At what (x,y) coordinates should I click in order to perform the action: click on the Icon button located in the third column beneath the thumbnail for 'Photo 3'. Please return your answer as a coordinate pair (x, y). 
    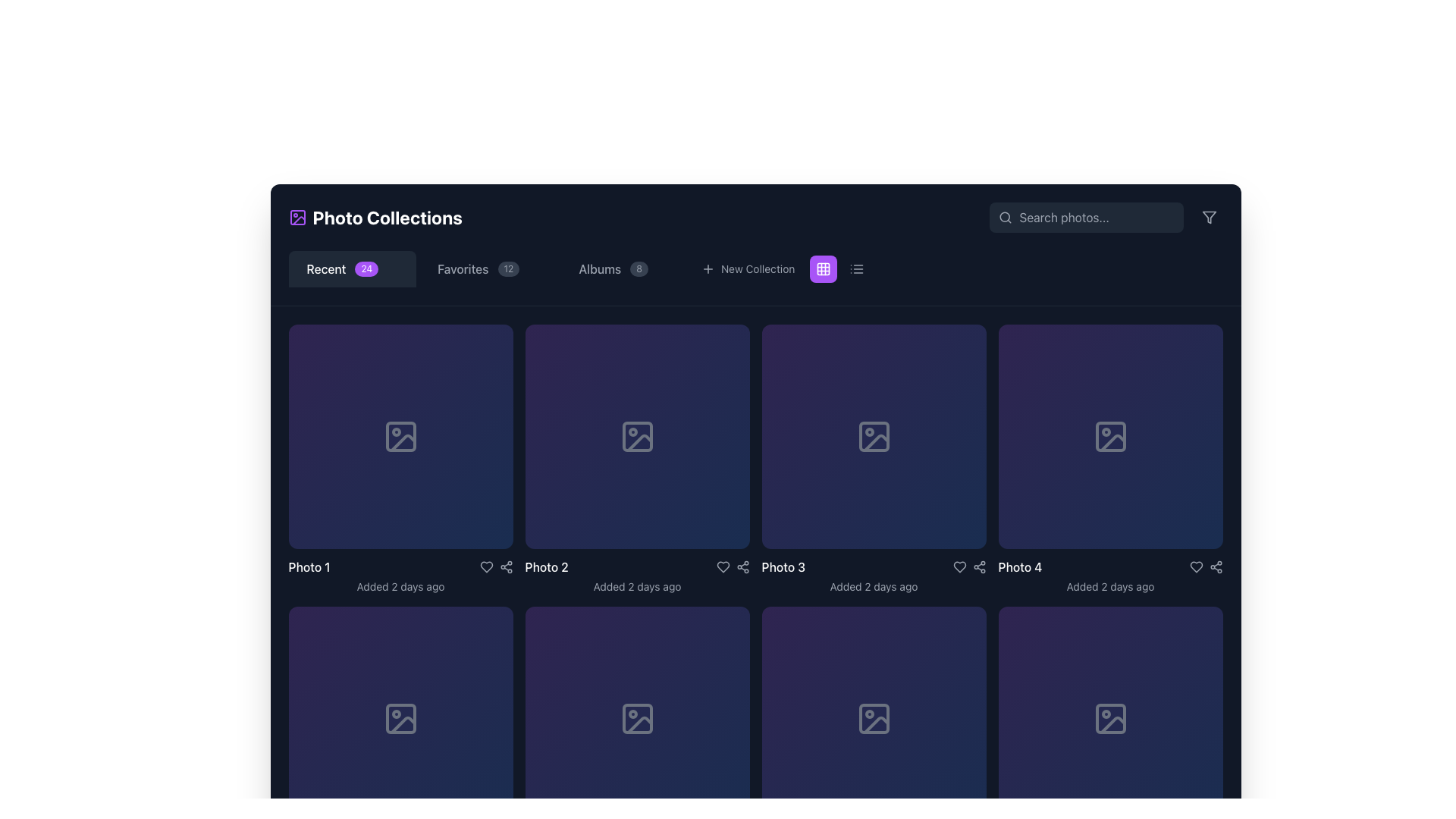
    Looking at the image, I should click on (742, 567).